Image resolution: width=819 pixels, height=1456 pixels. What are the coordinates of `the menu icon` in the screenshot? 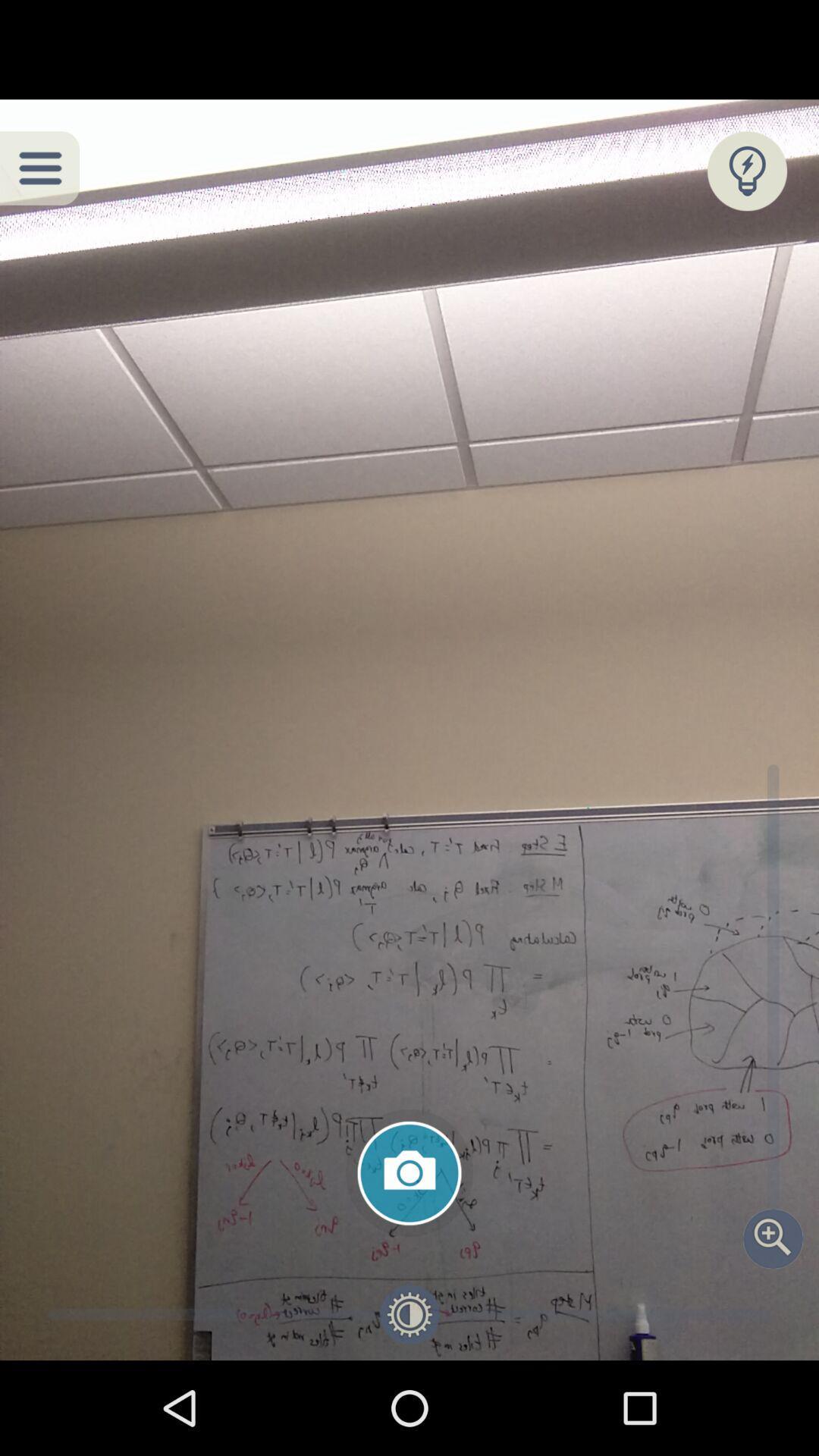 It's located at (39, 168).